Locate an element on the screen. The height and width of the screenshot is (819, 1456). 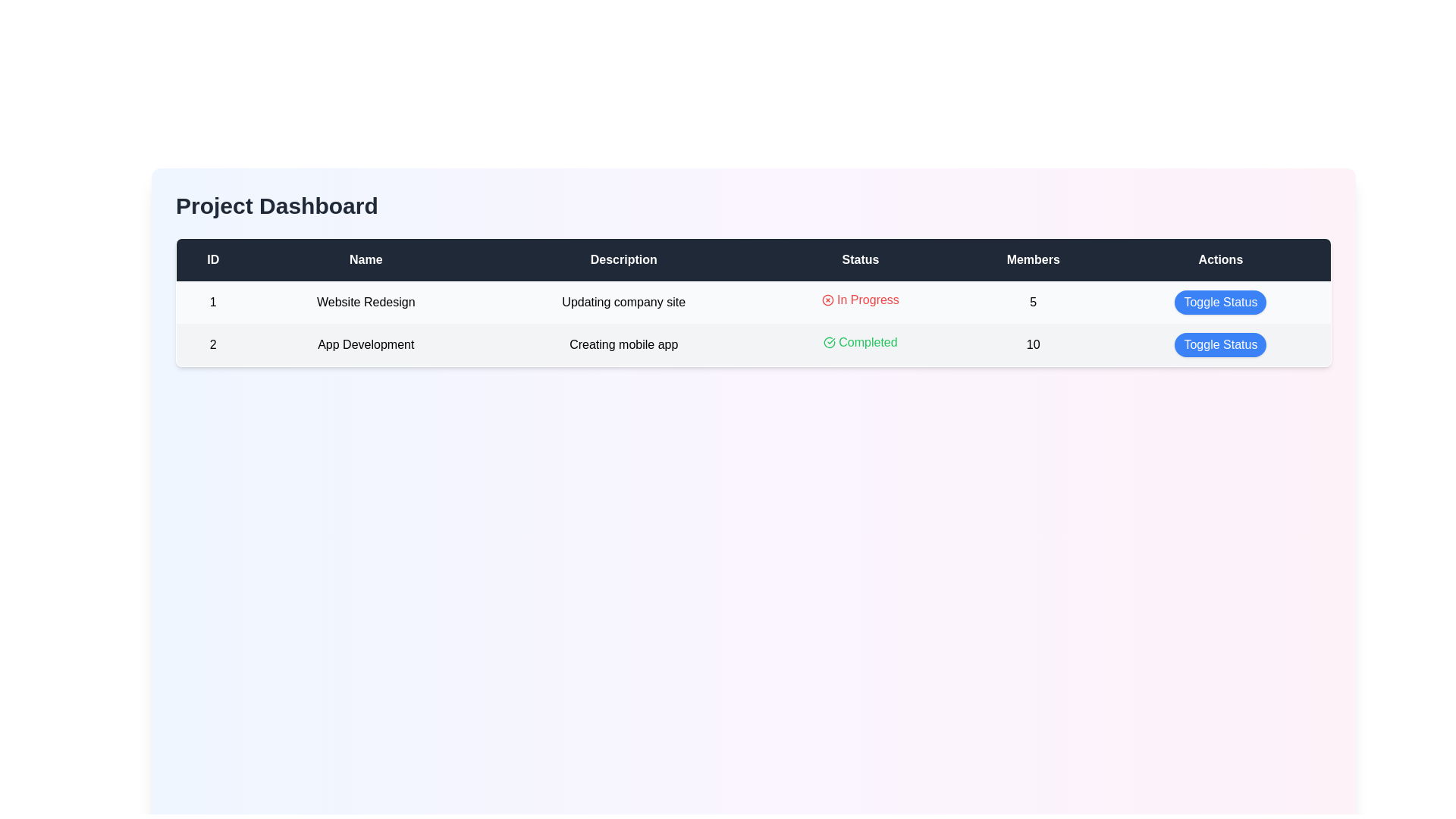
the header text of the project management dashboard located at the top left of the interface, which serves as the title for the dashboard is located at coordinates (277, 206).